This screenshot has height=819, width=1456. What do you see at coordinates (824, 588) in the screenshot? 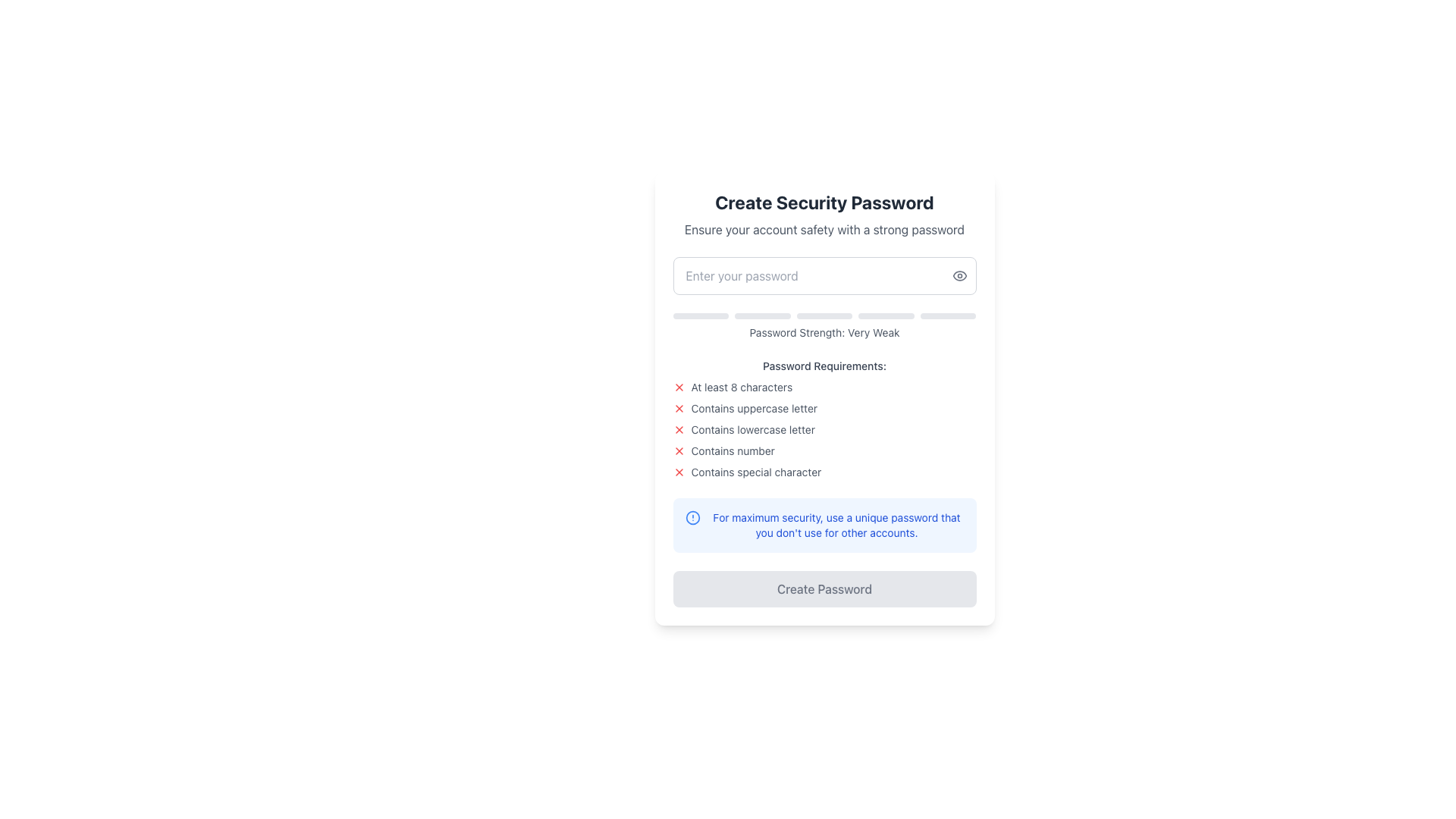
I see `label of the button intended to proceed with creating a password, located at the bottom of the 'Create Security Password' layout beneath a blue informational box` at bounding box center [824, 588].